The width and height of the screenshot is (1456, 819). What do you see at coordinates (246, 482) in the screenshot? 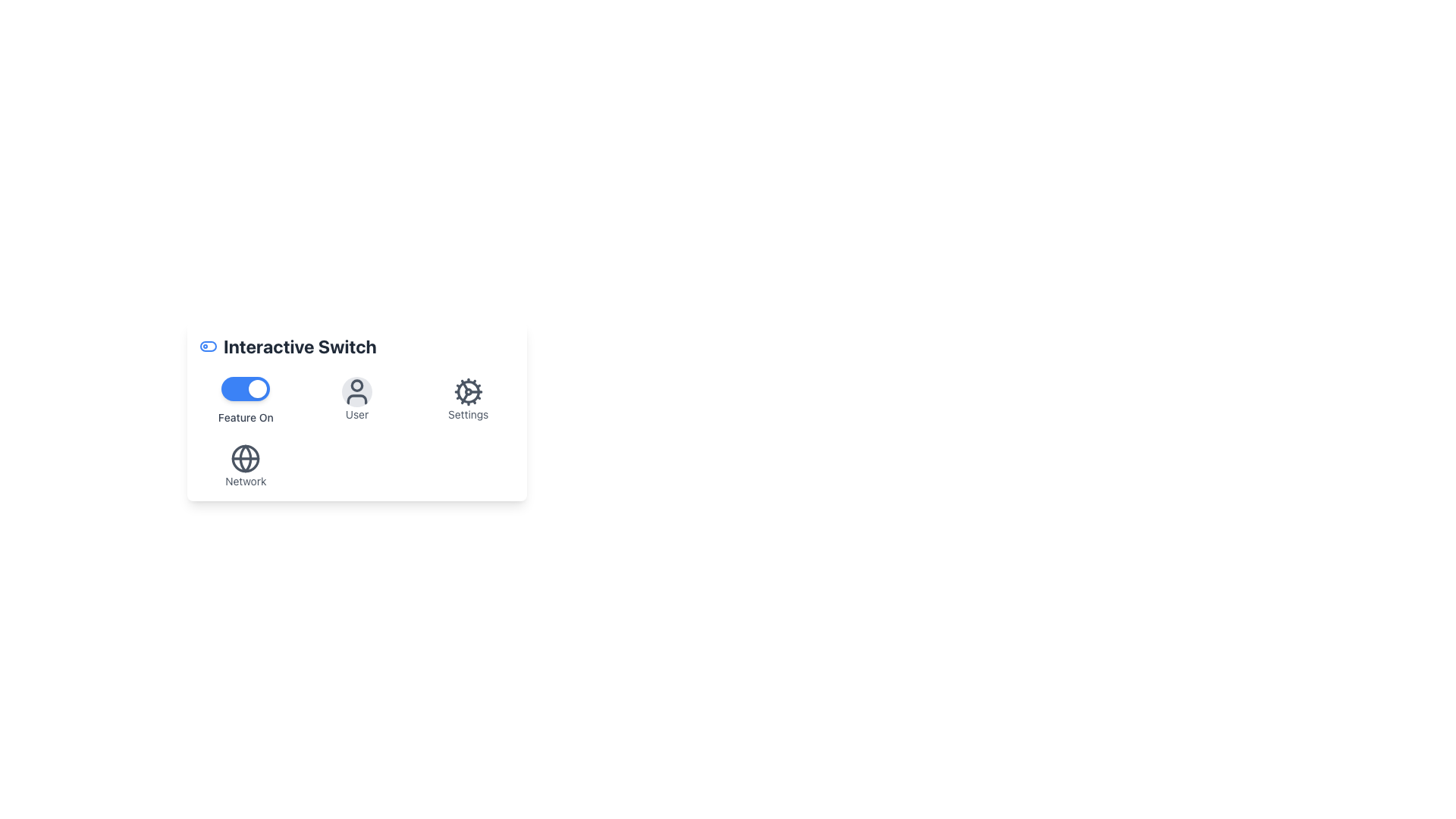
I see `the 'Network' text label, which is styled with a small font size and positioned beneath a globe icon in the bottom-left section of the interface` at bounding box center [246, 482].